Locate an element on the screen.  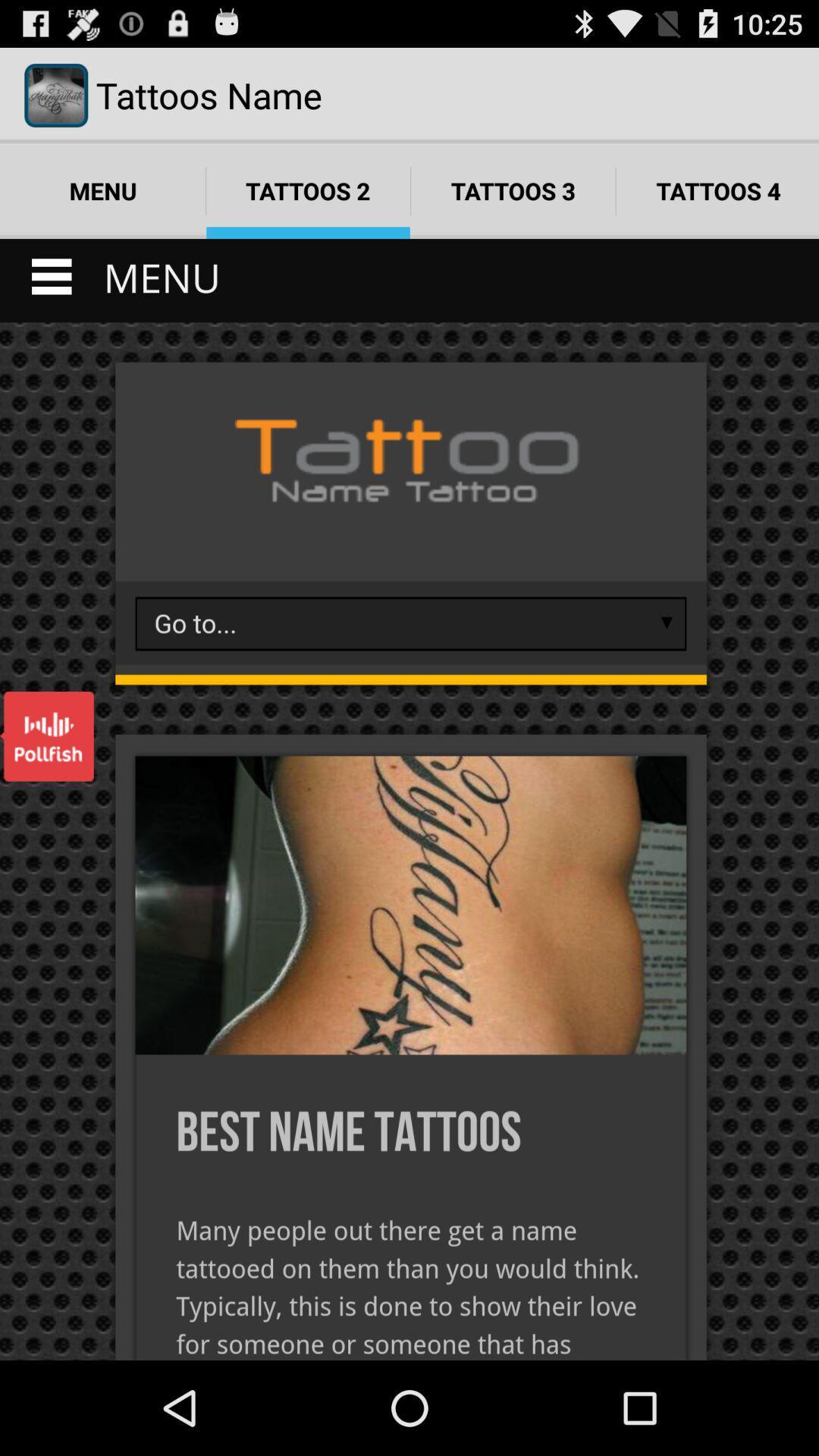
open the item is located at coordinates (45, 736).